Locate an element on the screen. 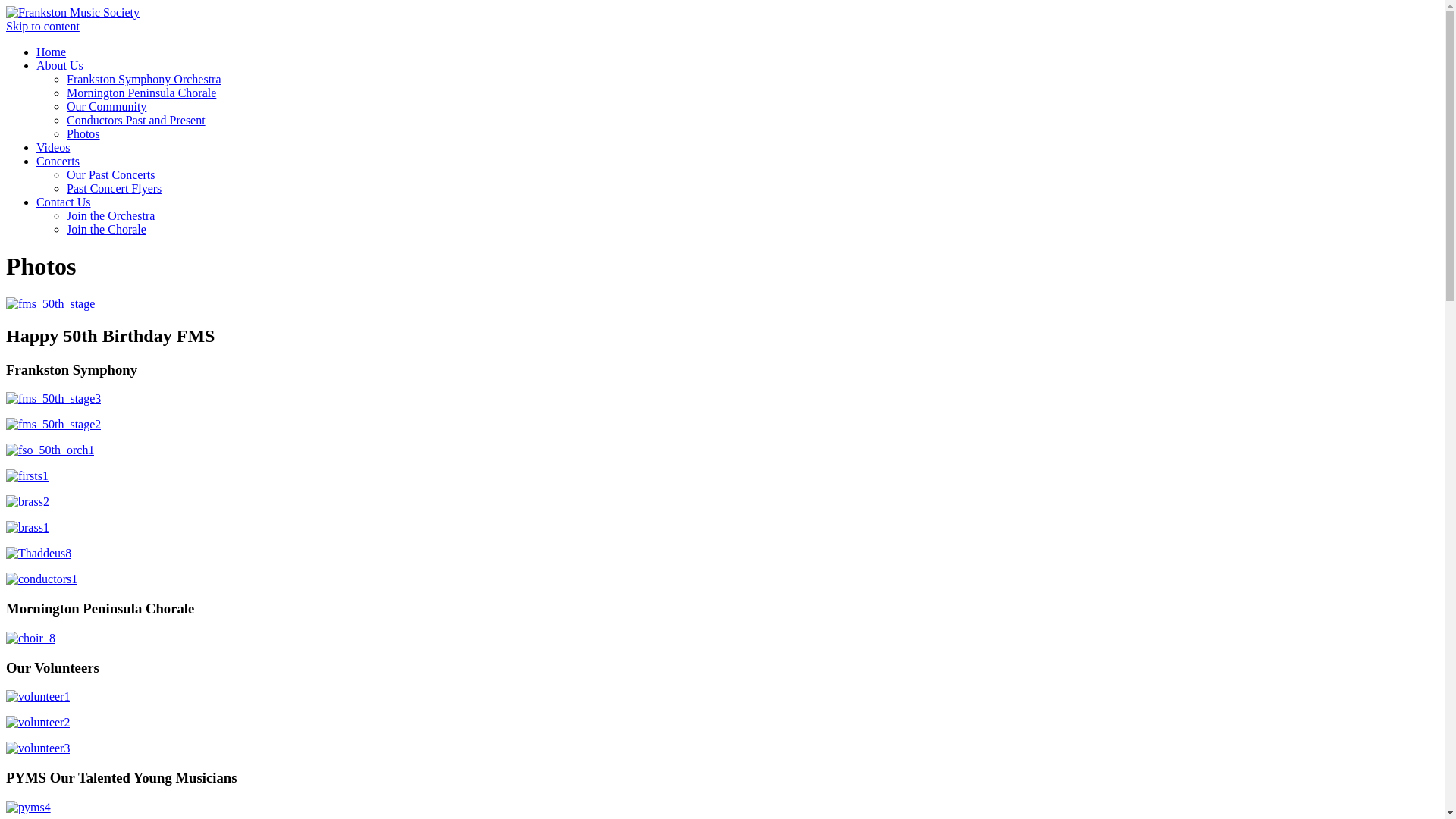 This screenshot has height=819, width=1456. 'About Us' is located at coordinates (59, 64).